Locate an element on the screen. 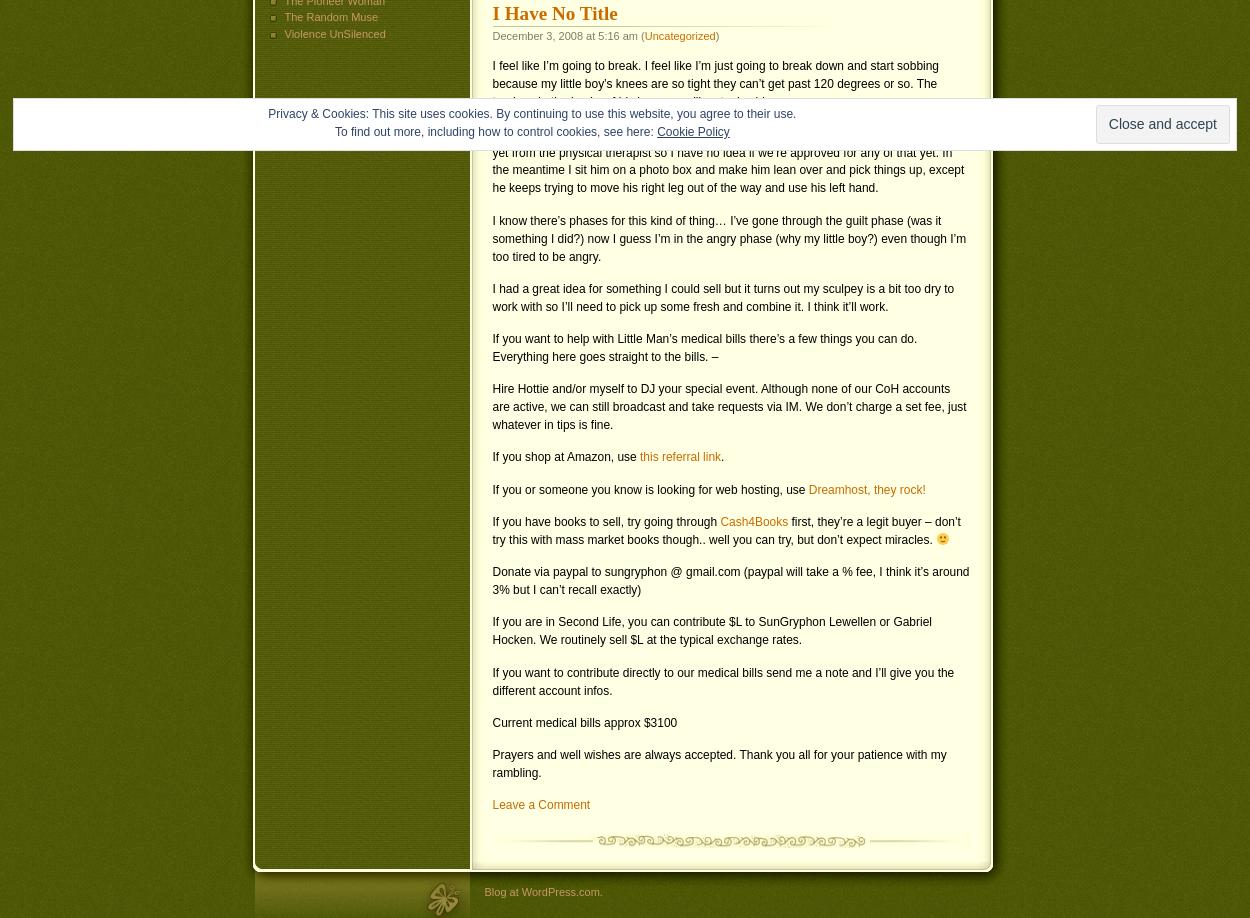 Image resolution: width=1250 pixels, height=918 pixels. 'To find out more, including how to control cookies, see here:' is located at coordinates (494, 131).